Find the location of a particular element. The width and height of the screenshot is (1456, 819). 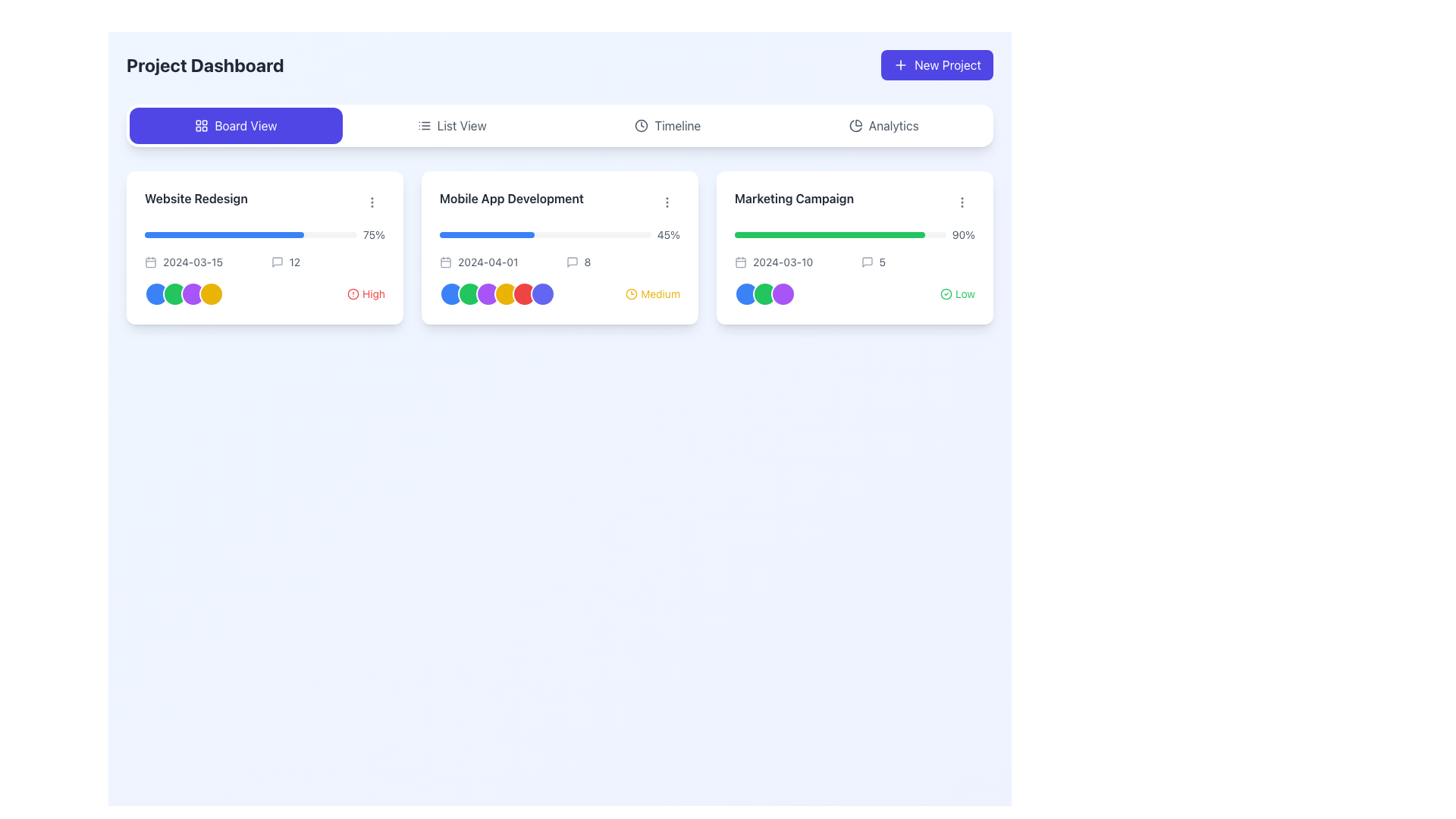

the text label reading 'High', which is styled in a small font size and colored red, located to the right of a circular alert icon within the bottom-right quadrant of the 'Website Redesign' card is located at coordinates (374, 294).